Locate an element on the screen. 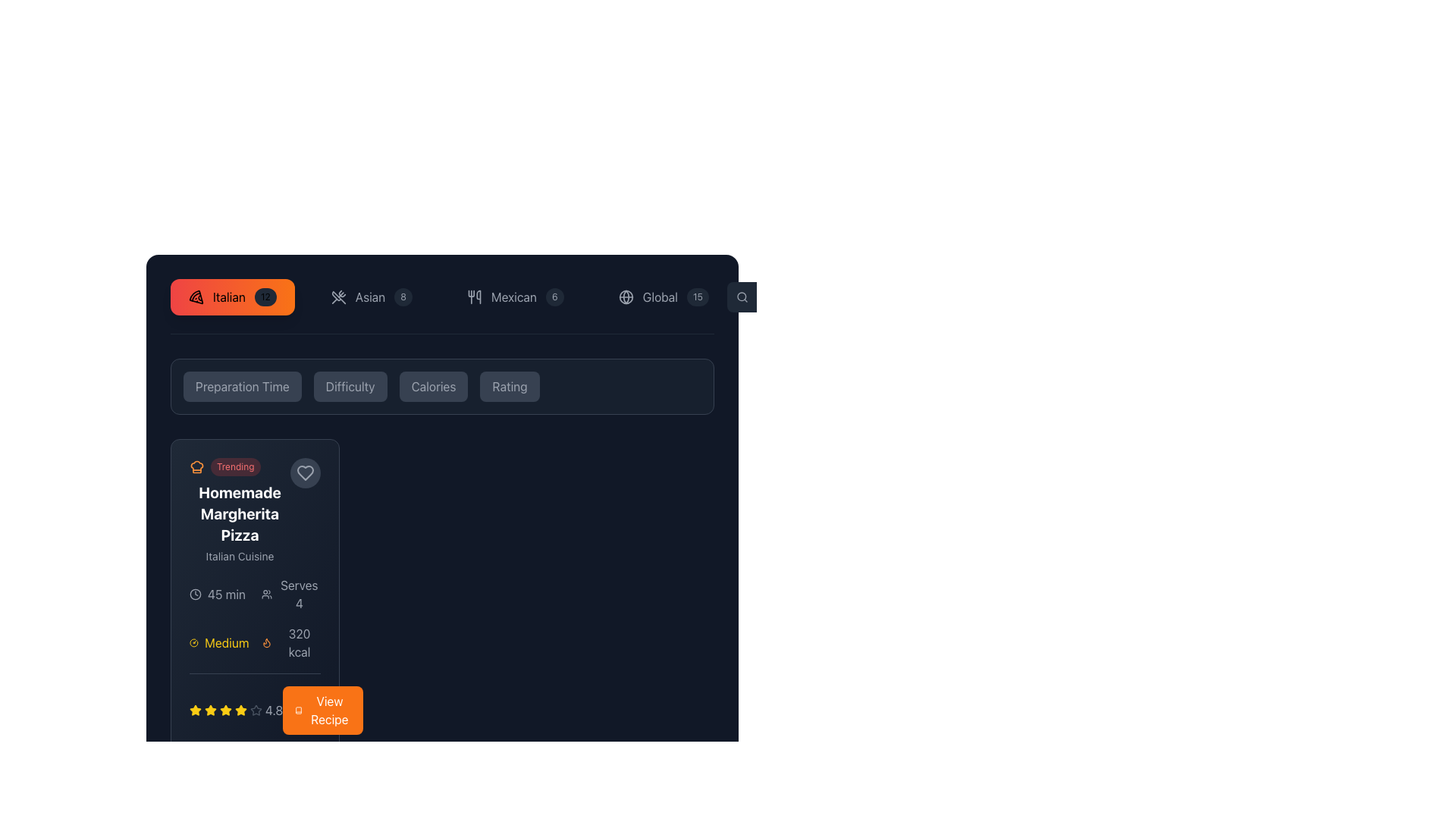  the static text label that displays the caloric content of the recipe, located in the lower section of the recipe card layout, to the right of an orange flame icon is located at coordinates (299, 643).